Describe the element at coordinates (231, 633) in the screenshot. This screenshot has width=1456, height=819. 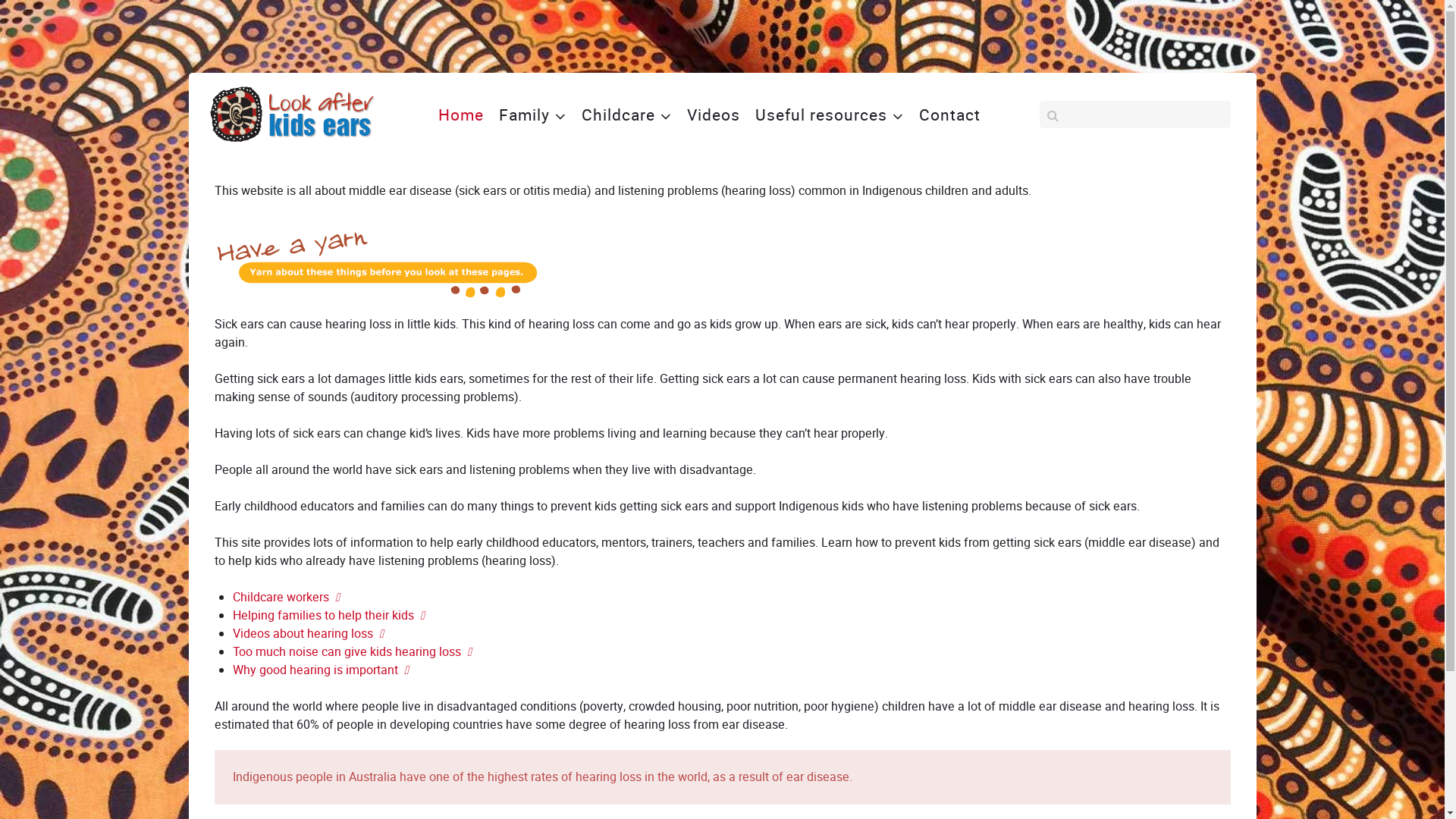
I see `'Videos about hearing loss'` at that location.